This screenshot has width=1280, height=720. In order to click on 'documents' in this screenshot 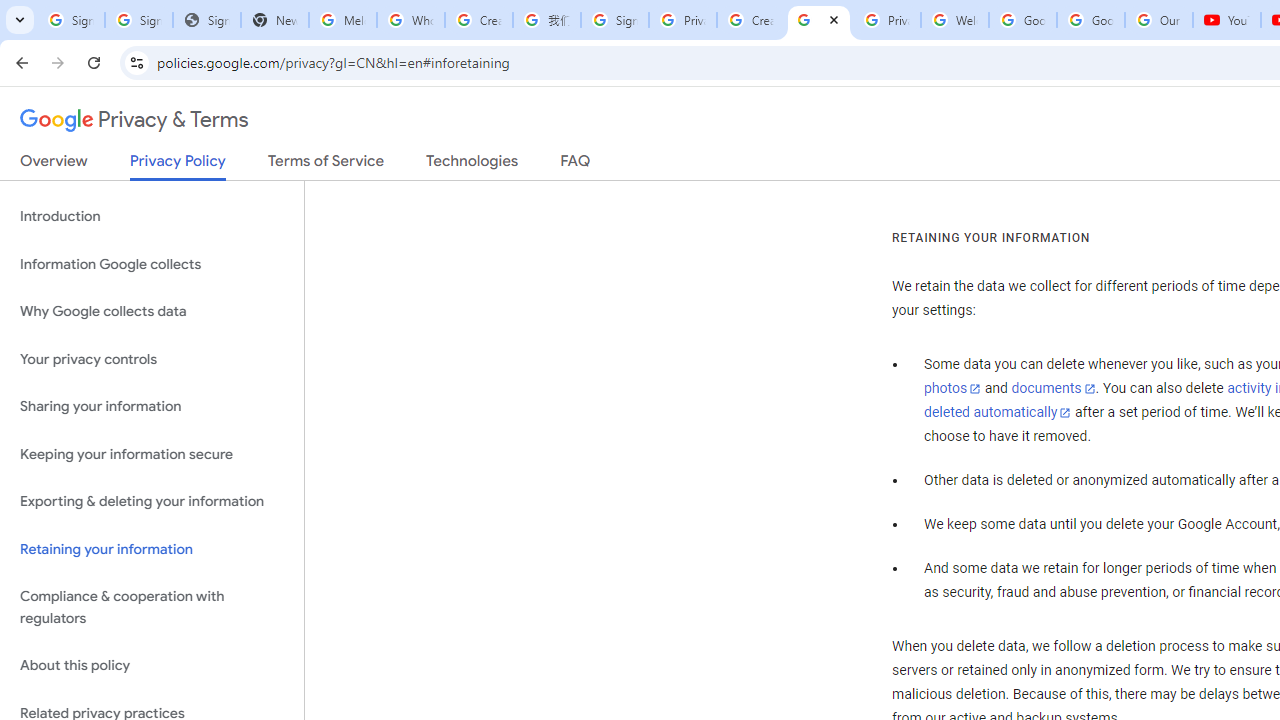, I will do `click(1052, 389)`.